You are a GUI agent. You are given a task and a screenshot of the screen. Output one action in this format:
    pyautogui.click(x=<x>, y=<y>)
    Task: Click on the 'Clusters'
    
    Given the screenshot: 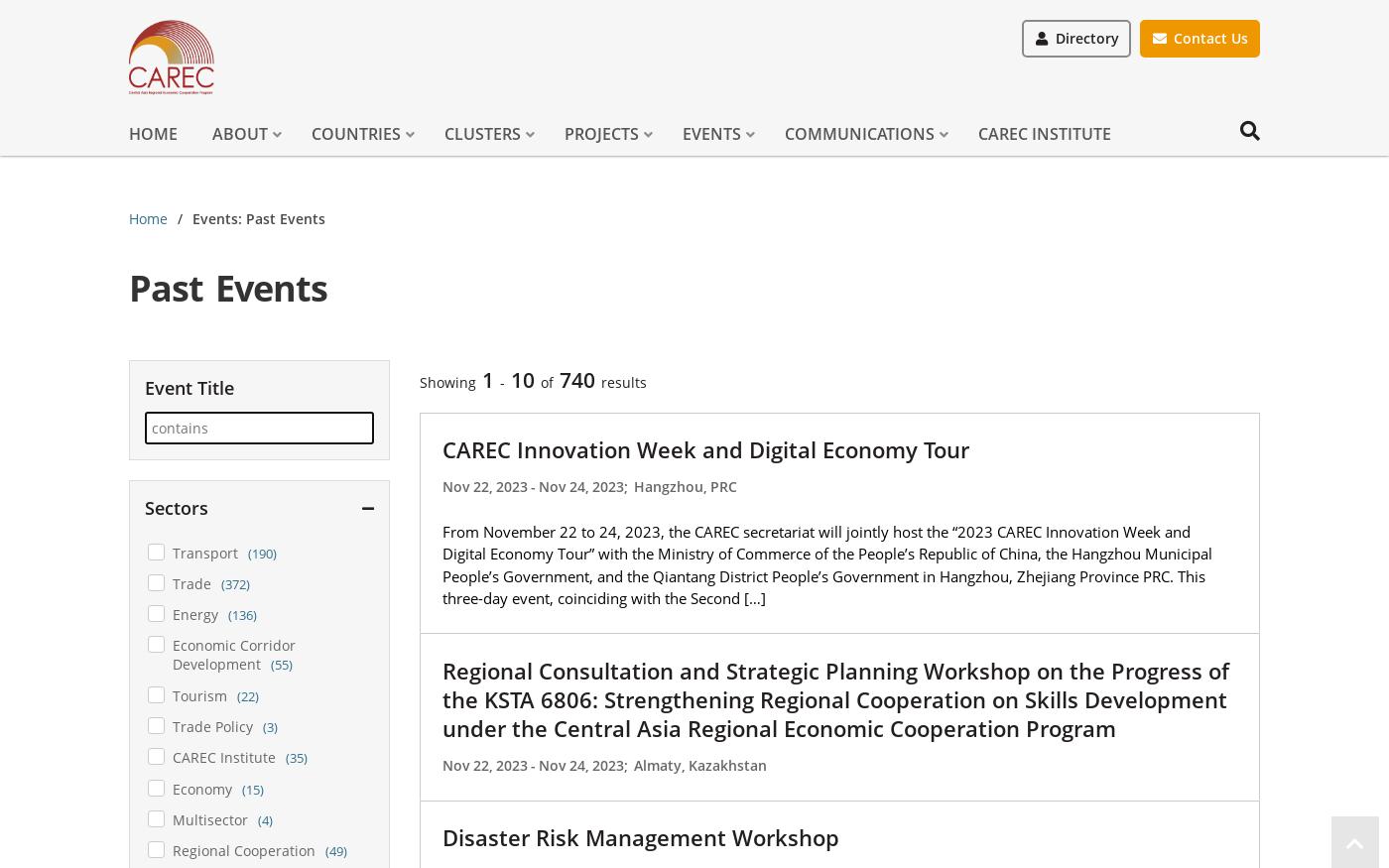 What is the action you would take?
    pyautogui.click(x=444, y=133)
    